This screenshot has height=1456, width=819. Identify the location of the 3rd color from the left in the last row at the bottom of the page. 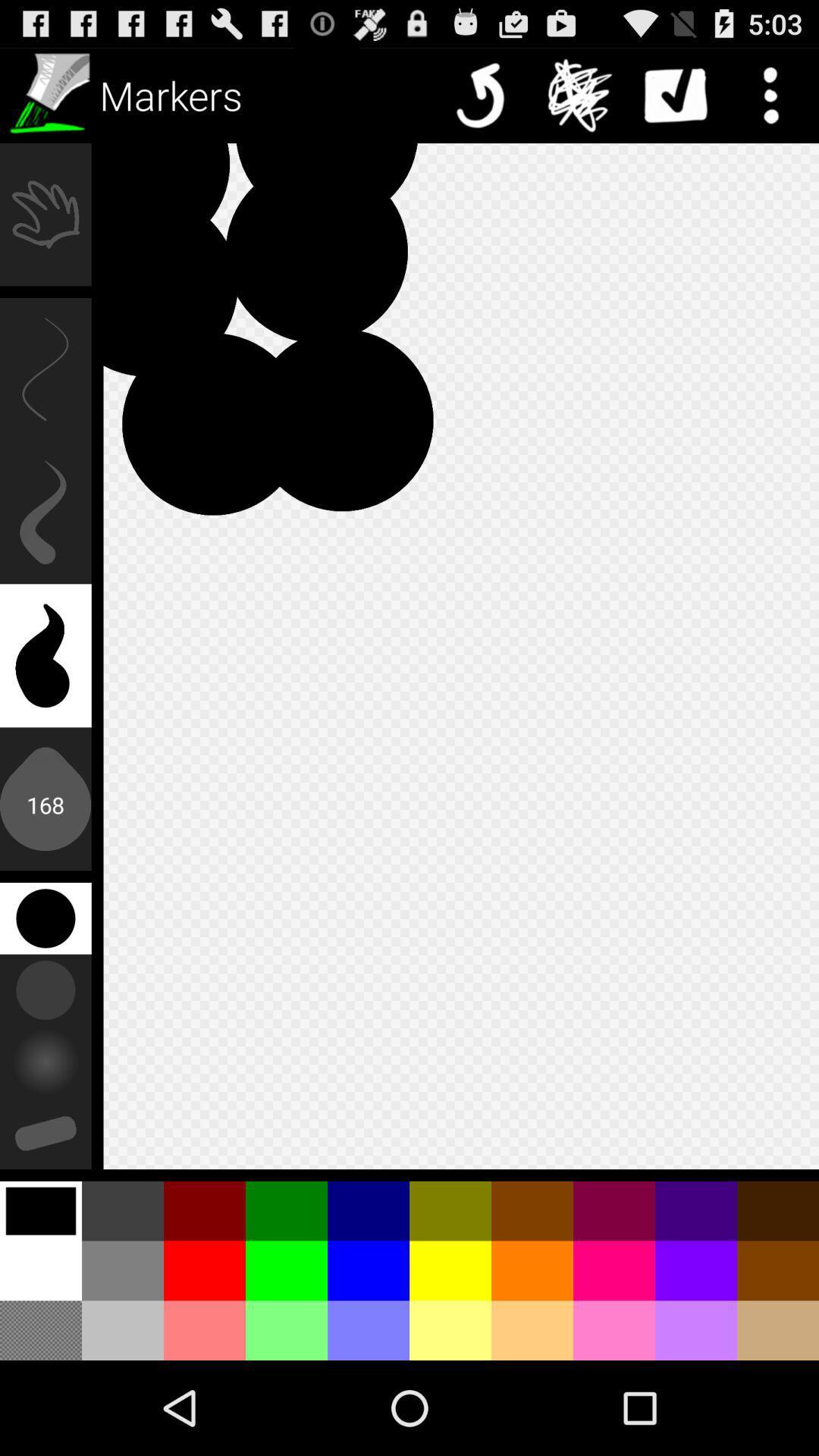
(205, 1329).